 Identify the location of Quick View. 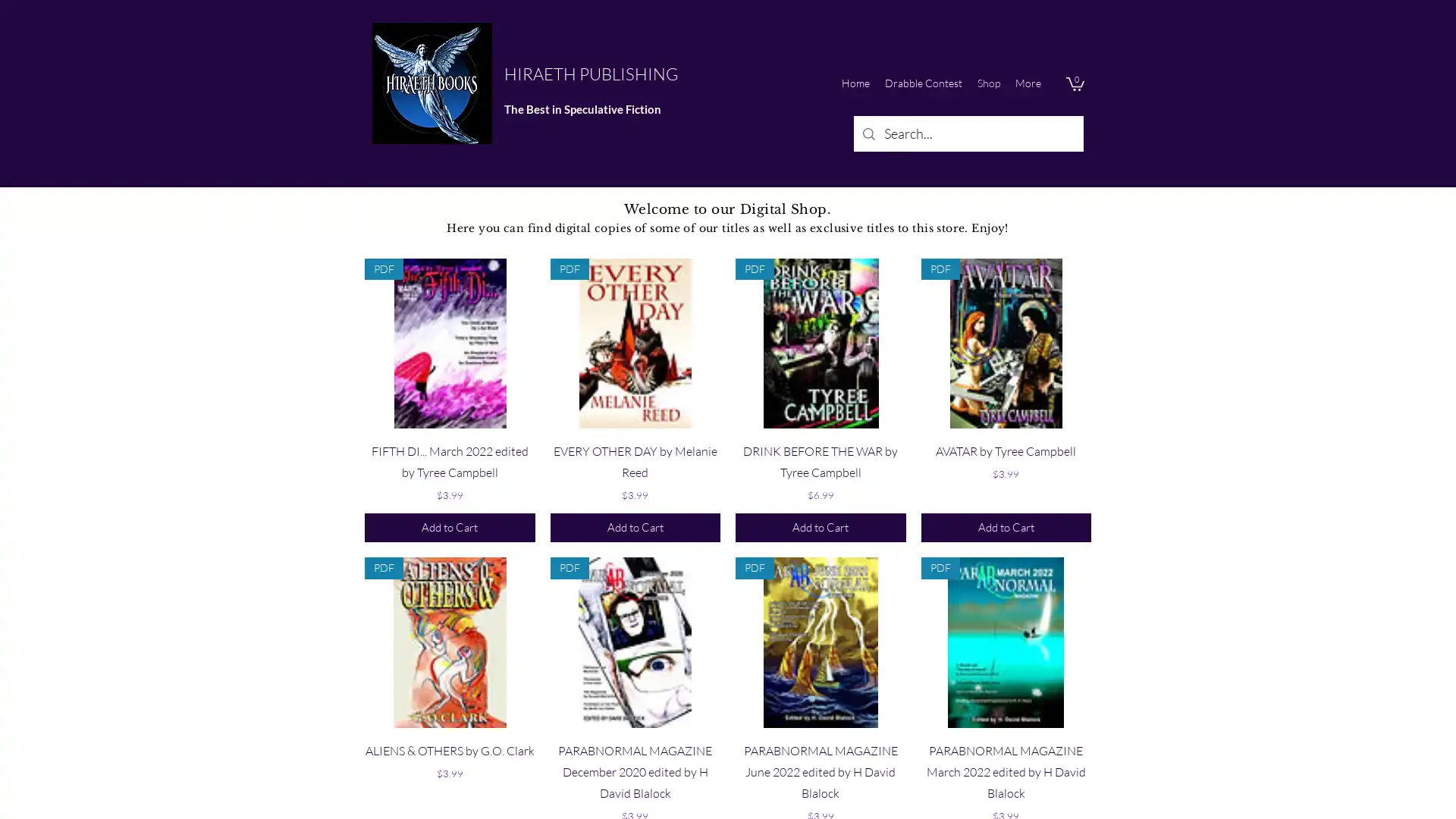
(635, 745).